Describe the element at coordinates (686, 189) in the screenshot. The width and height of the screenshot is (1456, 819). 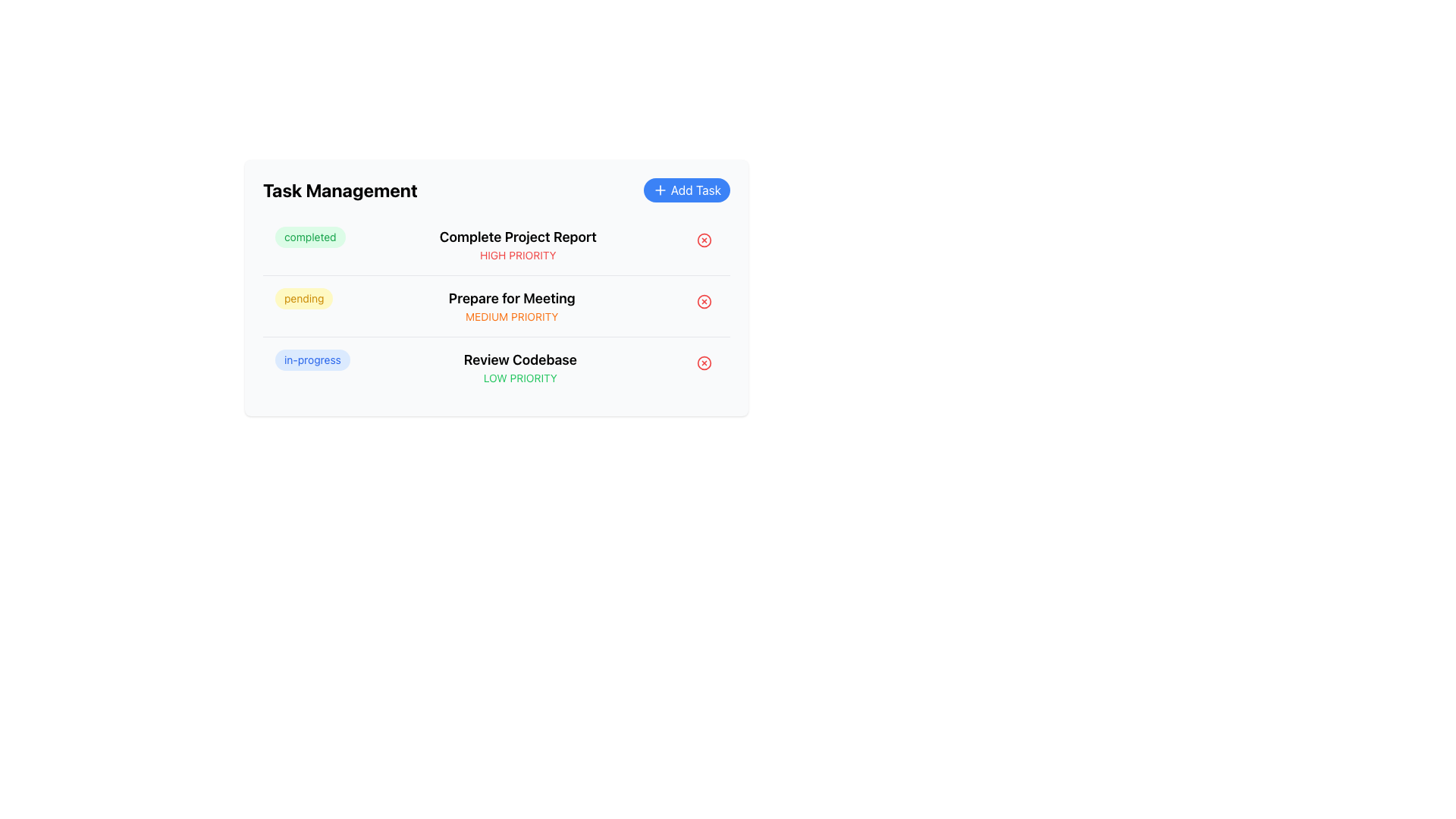
I see `the 'Add Task' button located in the upper-right corner of the task management section` at that location.